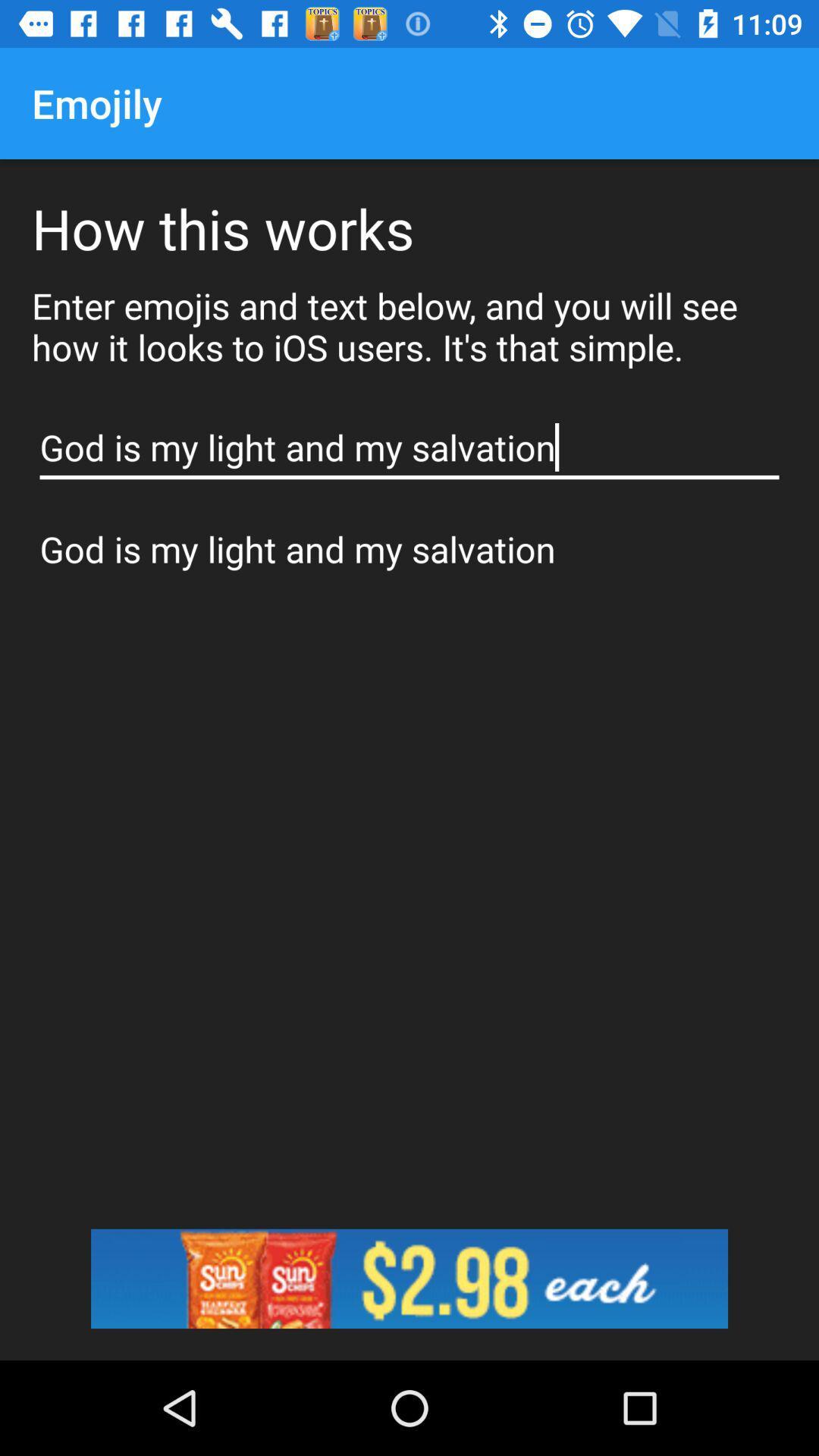 This screenshot has height=1456, width=819. I want to click on advertisement, so click(409, 1278).